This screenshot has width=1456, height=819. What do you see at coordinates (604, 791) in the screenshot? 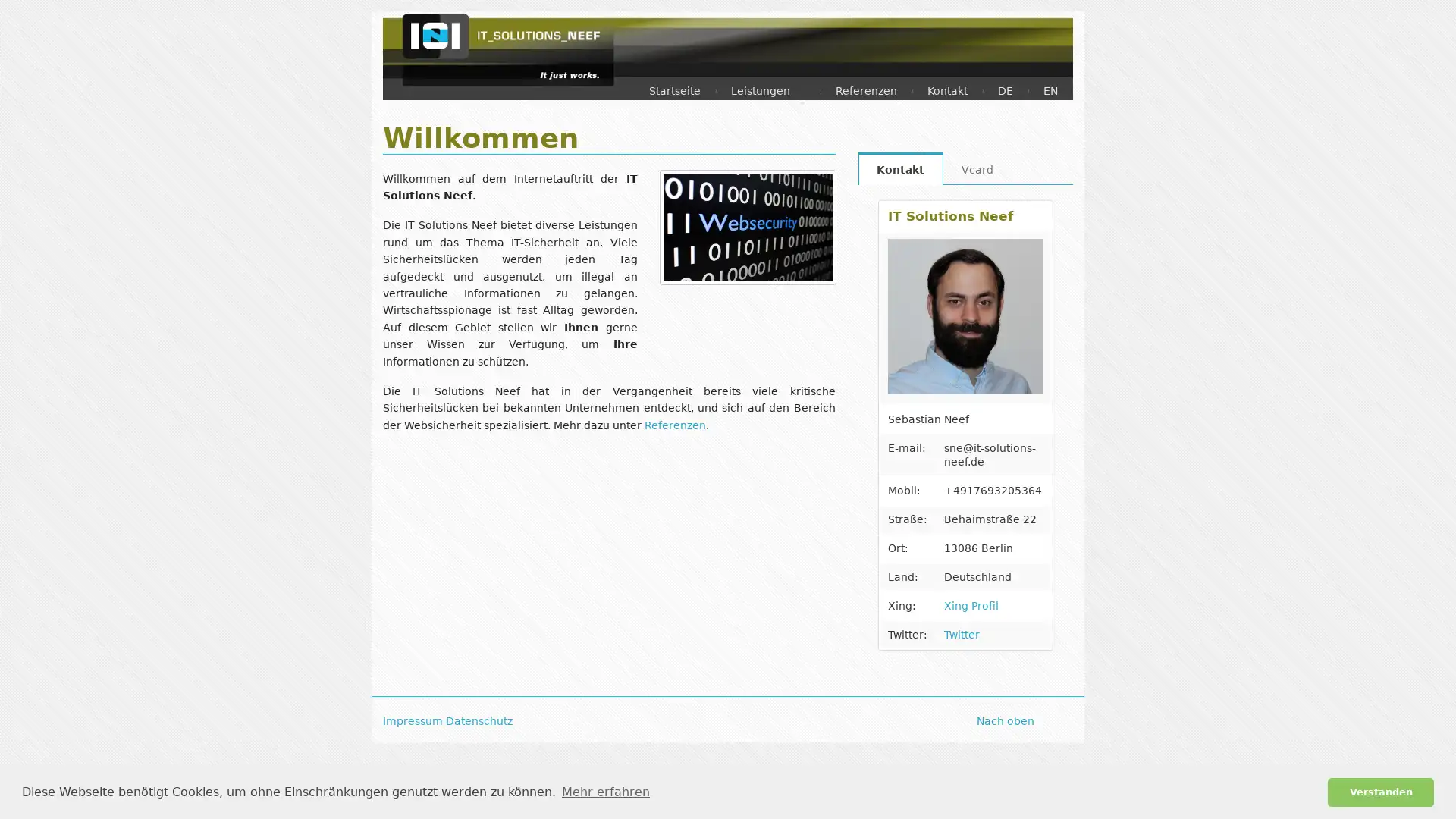
I see `learn more about cookies` at bounding box center [604, 791].